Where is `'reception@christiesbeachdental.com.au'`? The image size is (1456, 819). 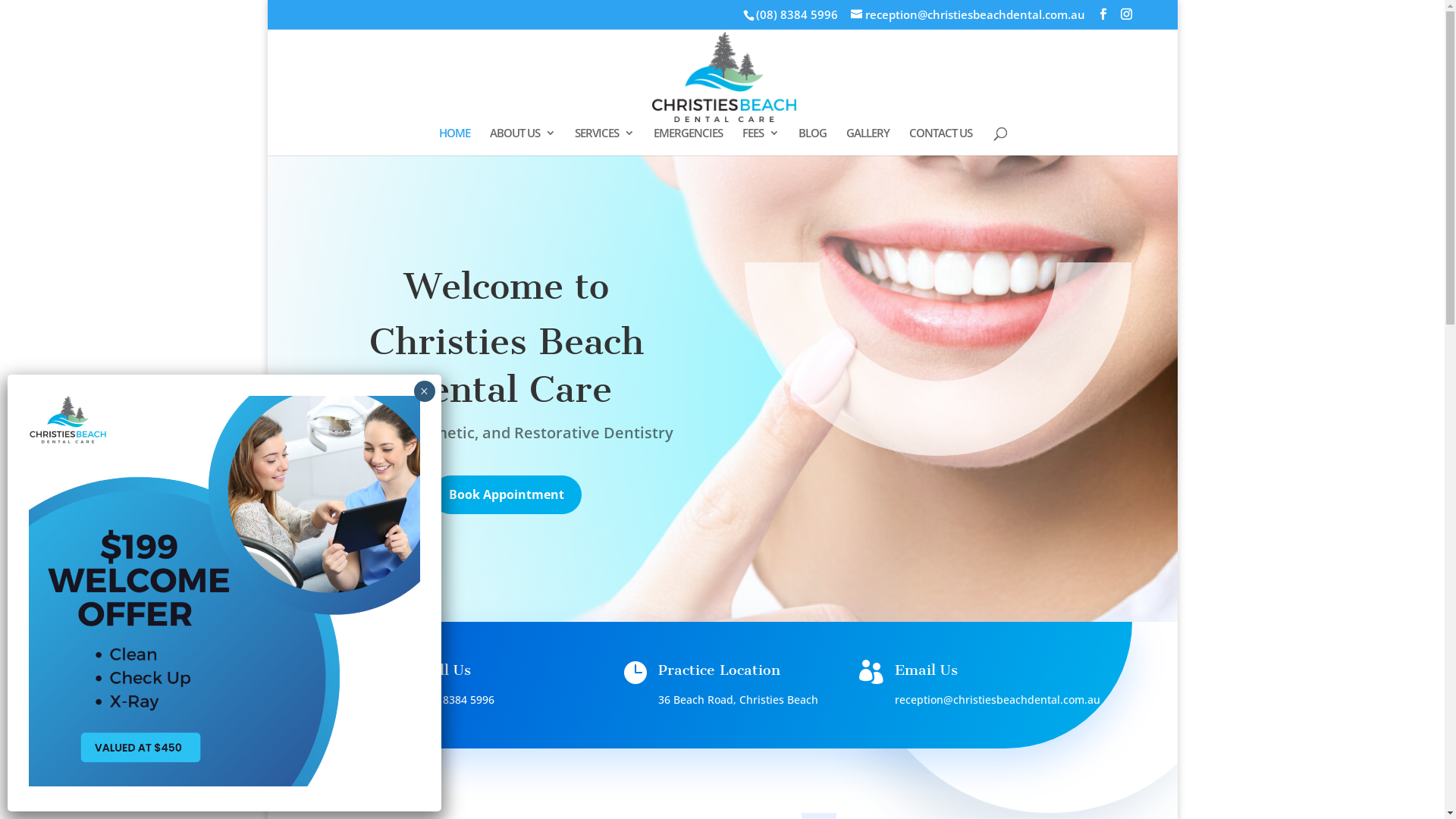
'reception@christiesbeachdental.com.au' is located at coordinates (967, 14).